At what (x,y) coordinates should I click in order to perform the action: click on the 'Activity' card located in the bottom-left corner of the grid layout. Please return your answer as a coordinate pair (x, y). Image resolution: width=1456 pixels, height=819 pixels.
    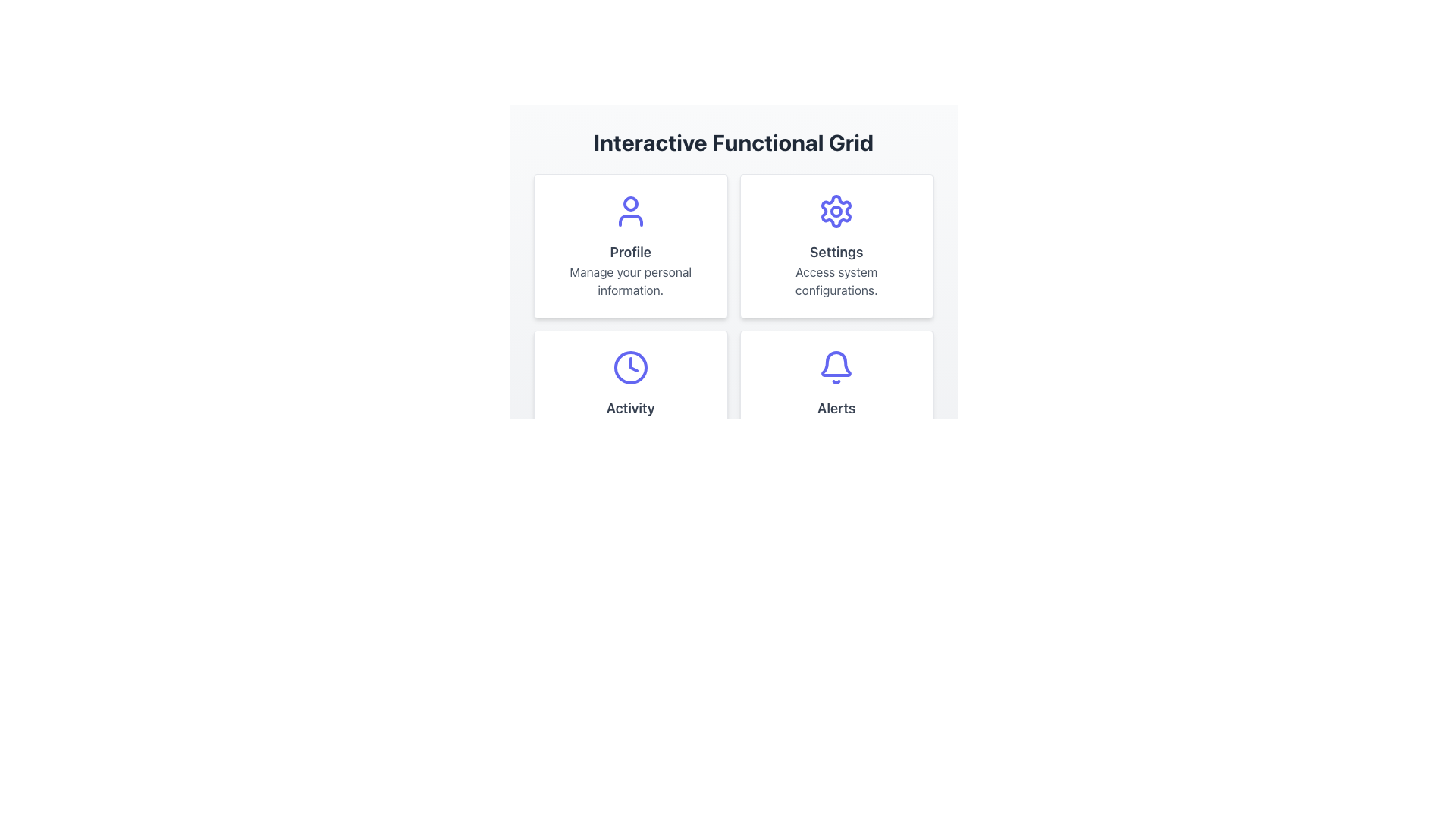
    Looking at the image, I should click on (630, 393).